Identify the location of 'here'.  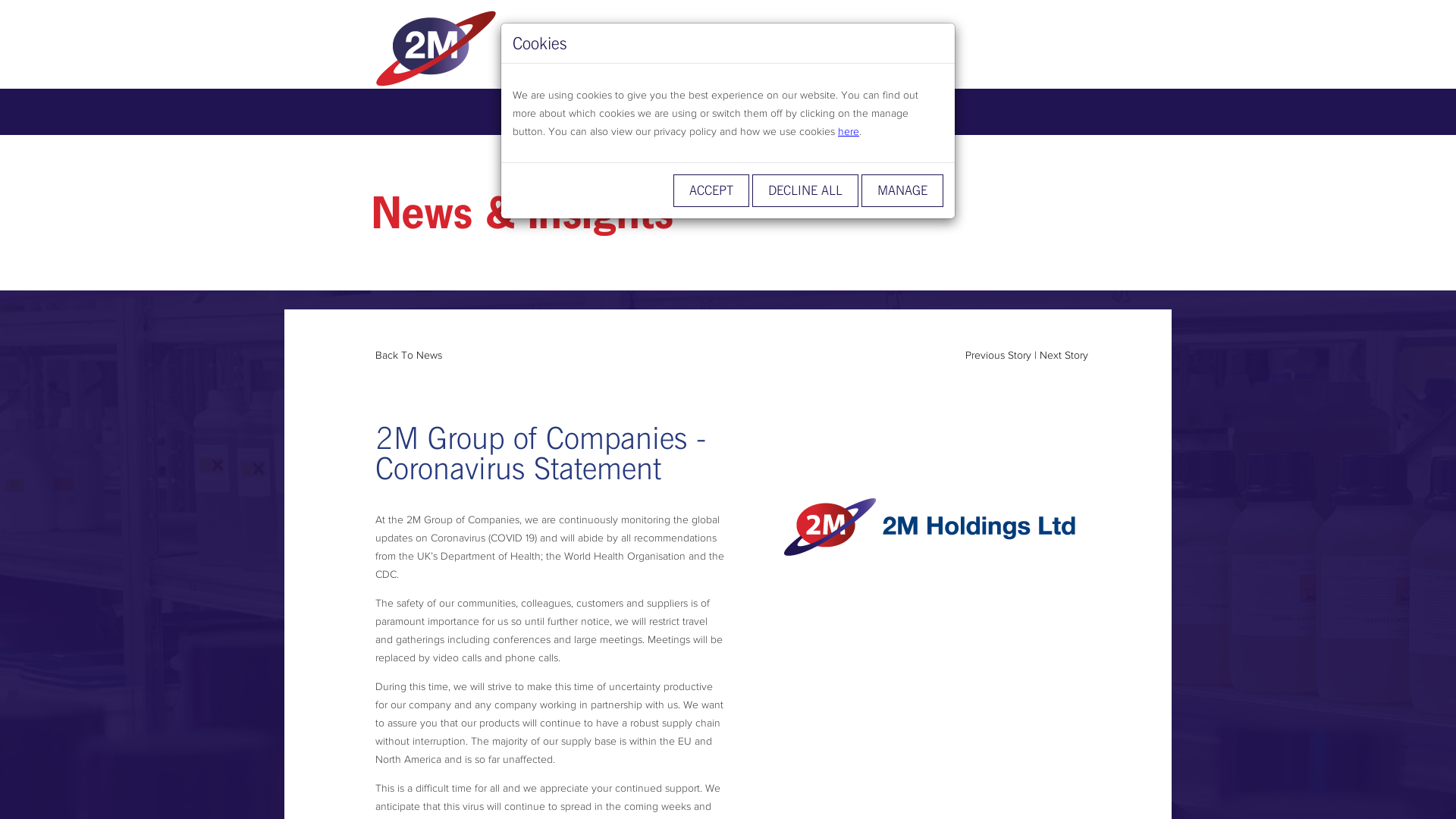
(847, 130).